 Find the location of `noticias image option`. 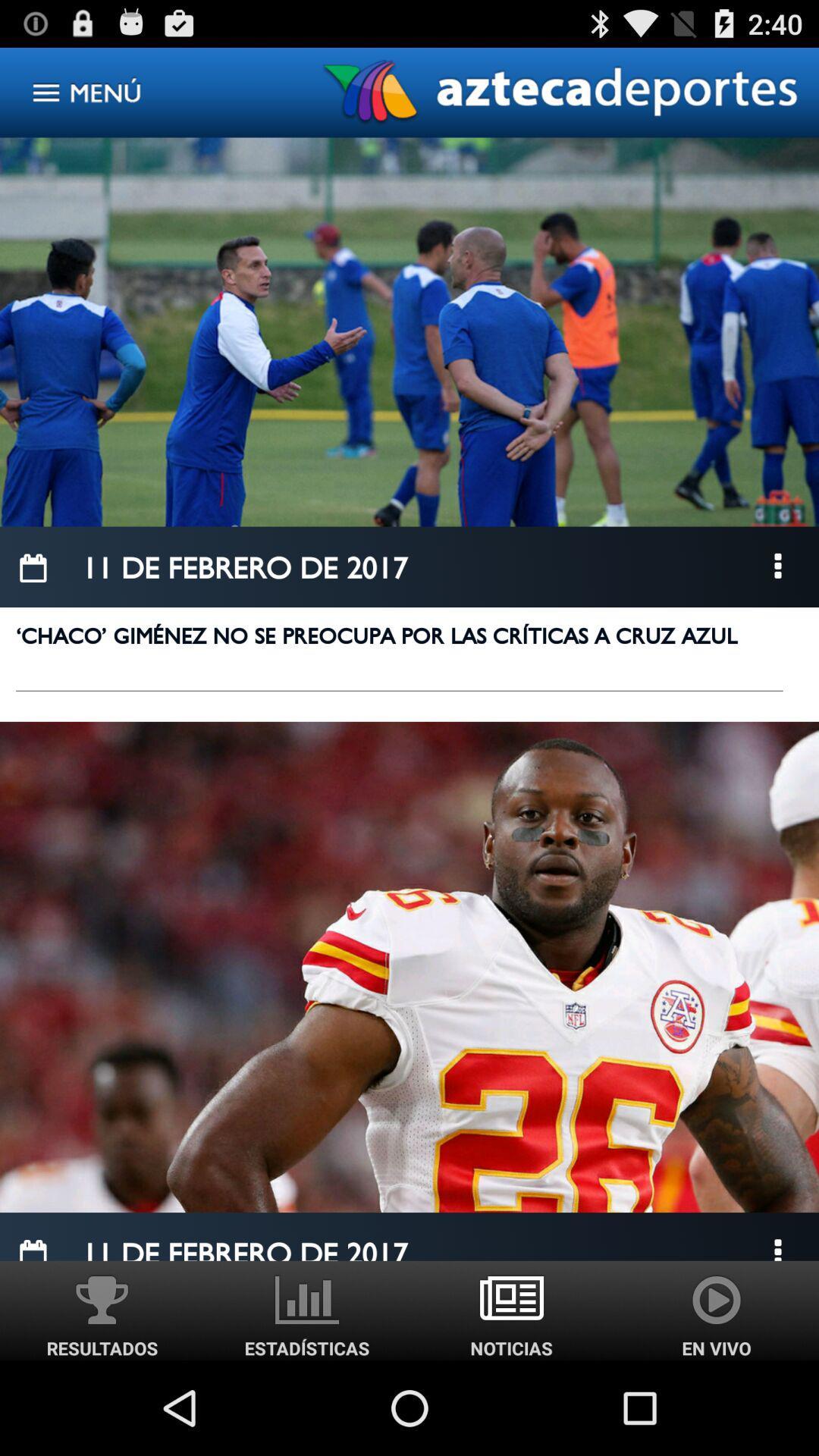

noticias image option is located at coordinates (512, 1310).